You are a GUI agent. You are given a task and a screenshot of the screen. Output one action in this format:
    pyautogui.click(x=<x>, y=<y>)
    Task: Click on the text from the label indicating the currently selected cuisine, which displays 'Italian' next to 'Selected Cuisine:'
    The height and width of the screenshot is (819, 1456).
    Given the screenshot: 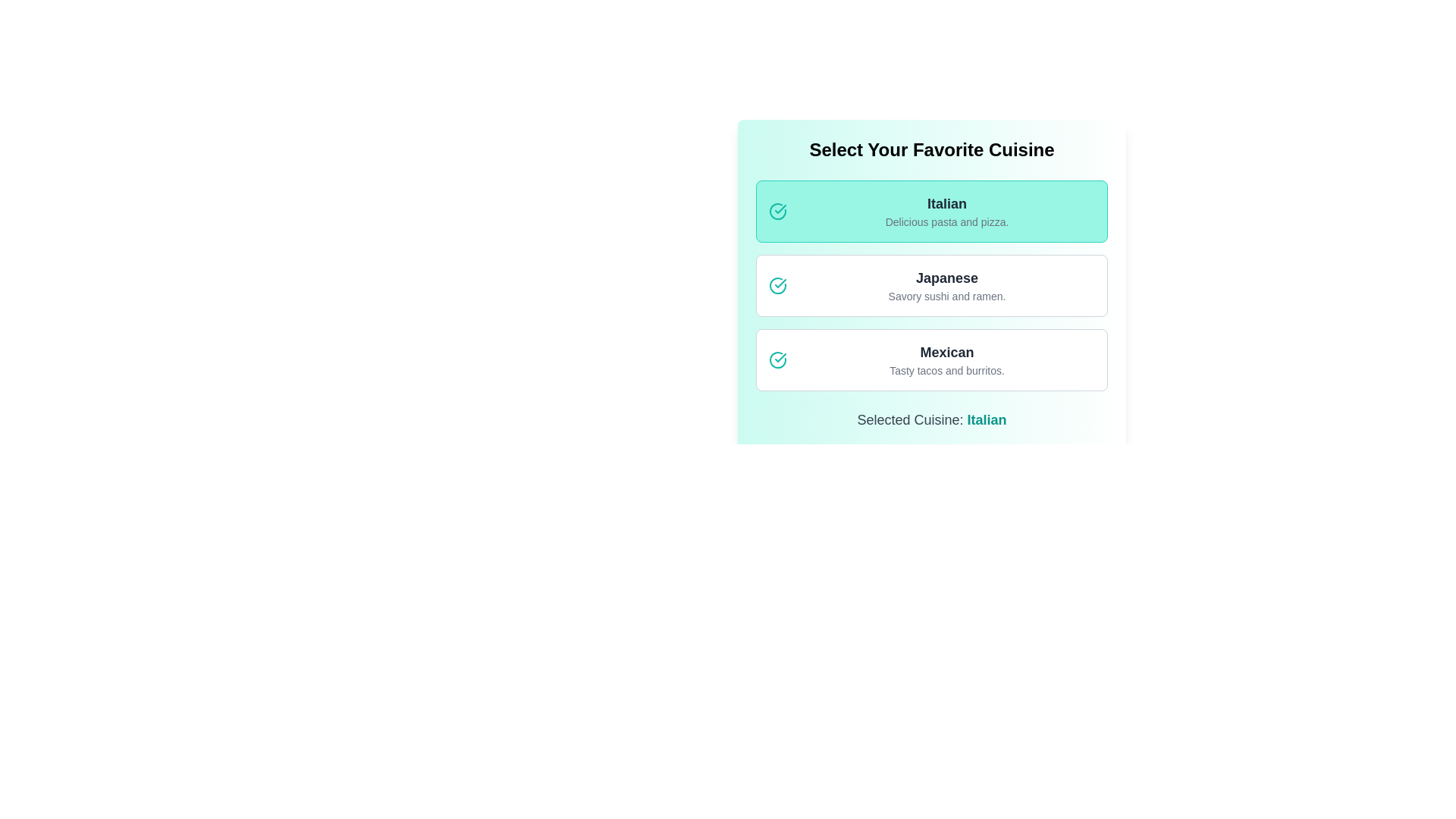 What is the action you would take?
    pyautogui.click(x=987, y=420)
    